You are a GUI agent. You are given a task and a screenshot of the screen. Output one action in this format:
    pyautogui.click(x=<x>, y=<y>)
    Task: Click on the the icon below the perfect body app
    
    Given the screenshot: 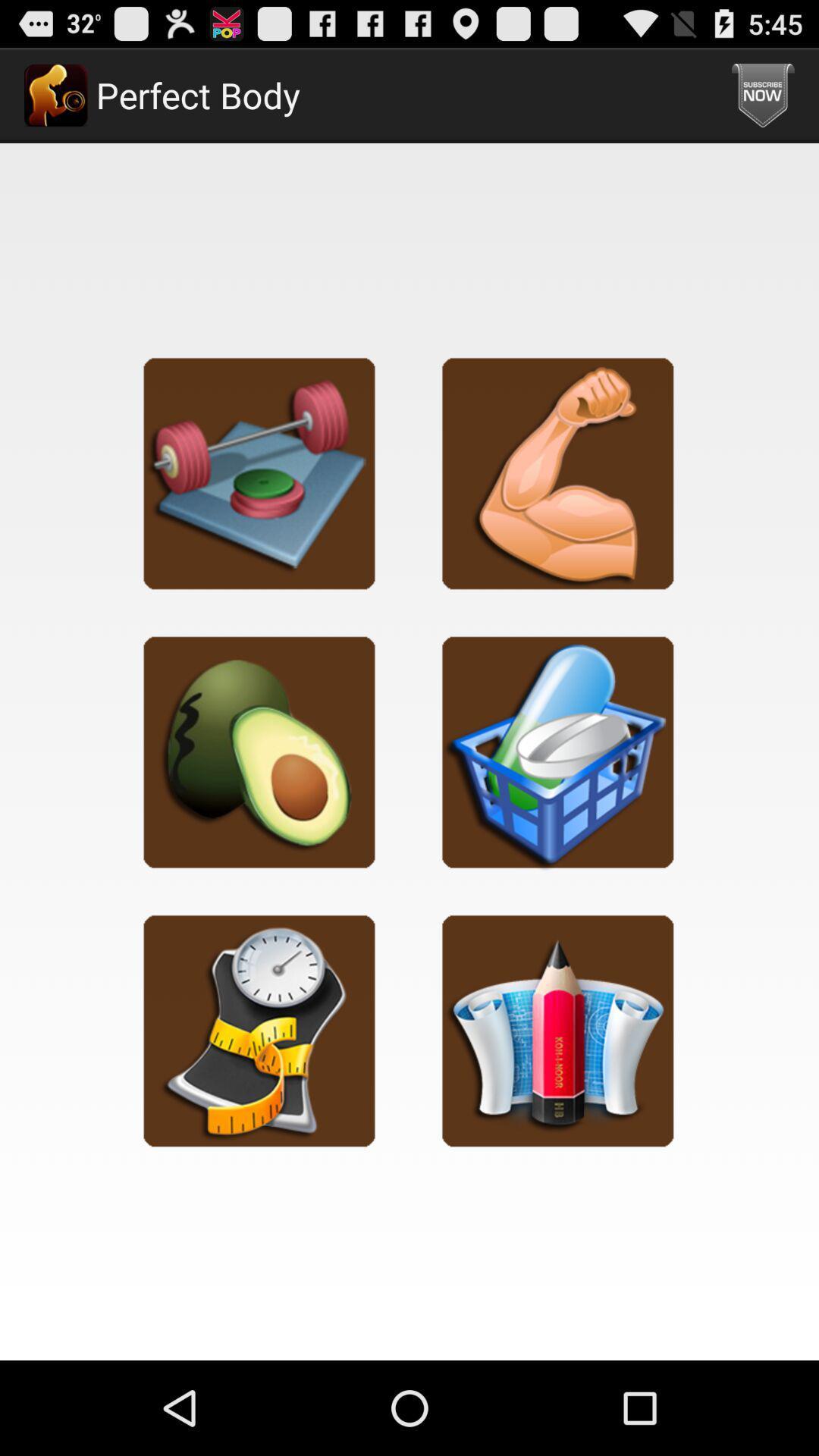 What is the action you would take?
    pyautogui.click(x=259, y=472)
    